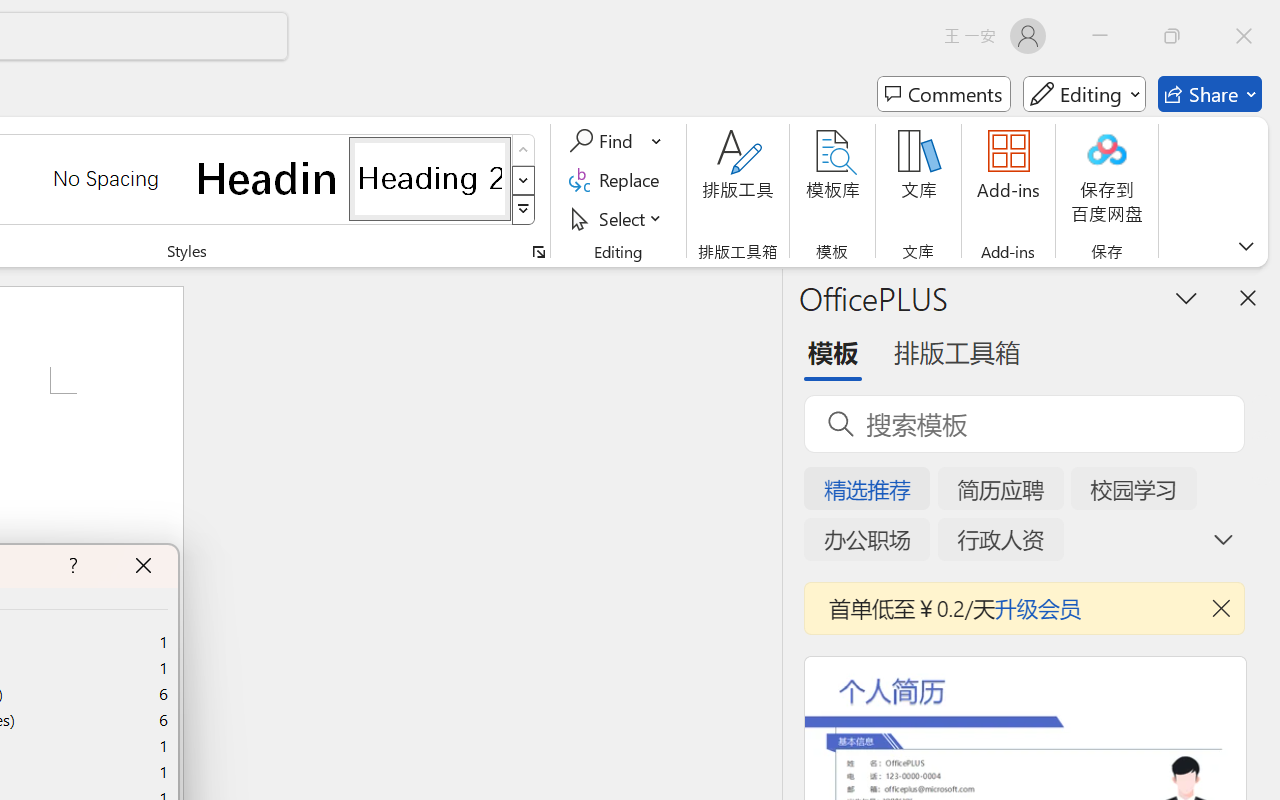 The width and height of the screenshot is (1280, 800). What do you see at coordinates (523, 179) in the screenshot?
I see `'Row Down'` at bounding box center [523, 179].